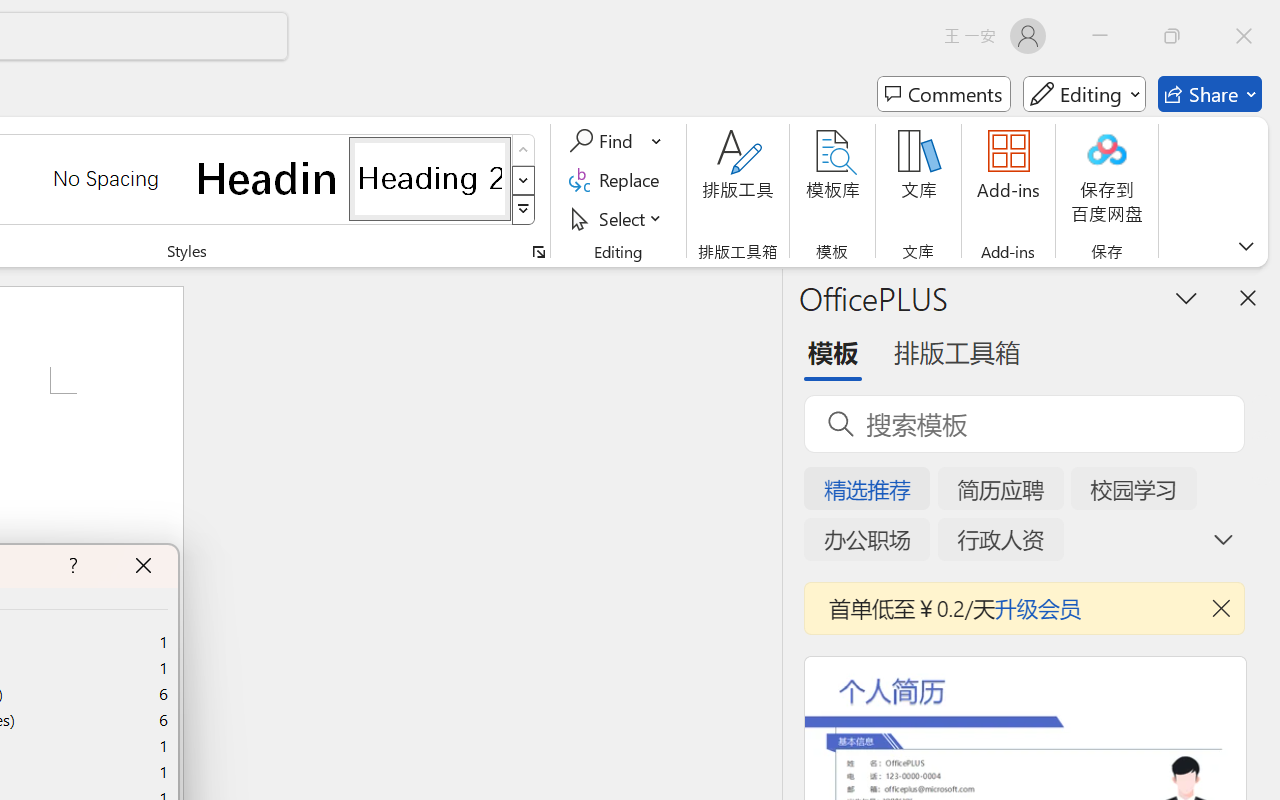 The width and height of the screenshot is (1280, 800). What do you see at coordinates (523, 179) in the screenshot?
I see `'Row Down'` at bounding box center [523, 179].